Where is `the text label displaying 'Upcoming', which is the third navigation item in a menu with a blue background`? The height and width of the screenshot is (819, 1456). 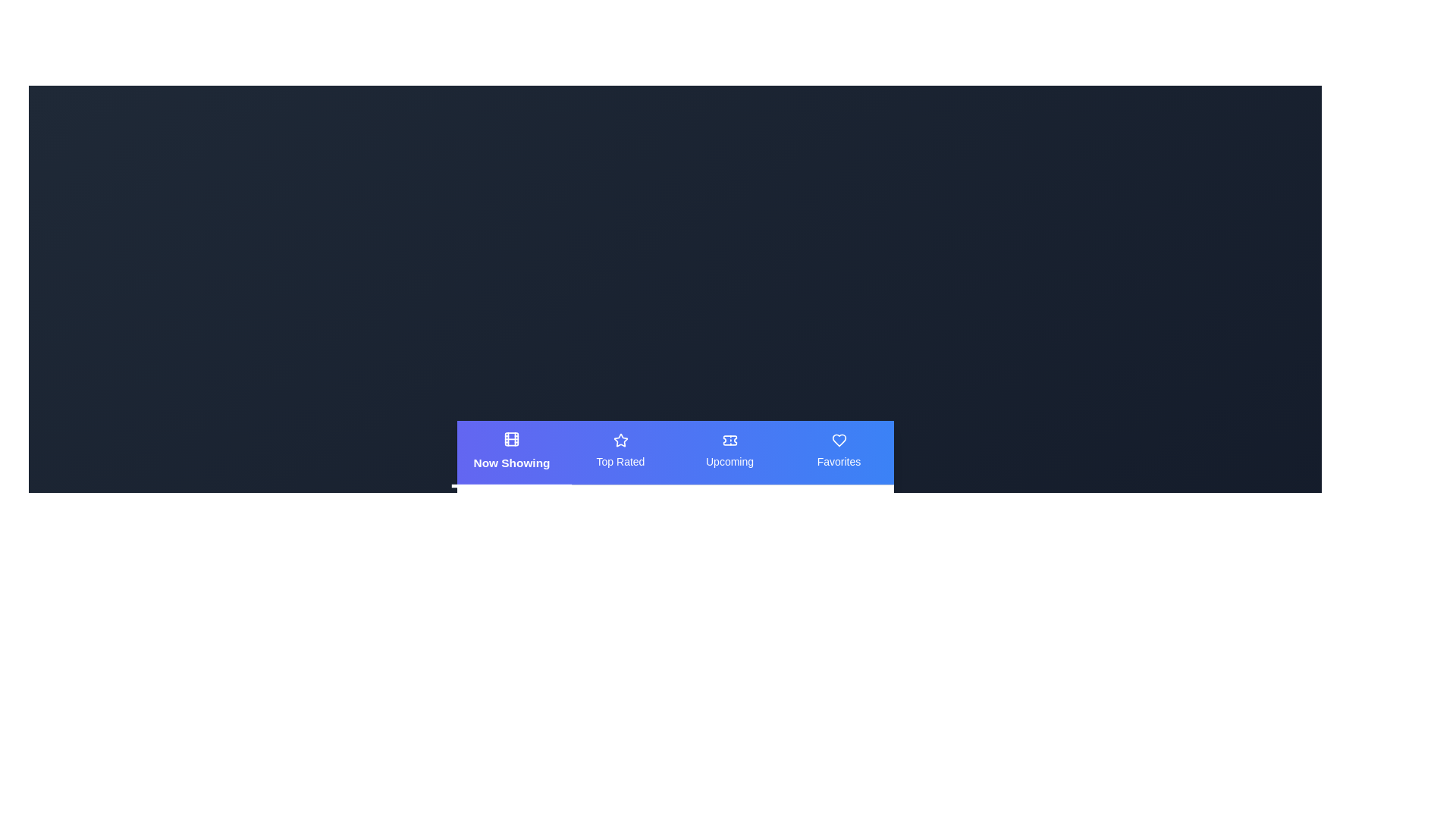
the text label displaying 'Upcoming', which is the third navigation item in a menu with a blue background is located at coordinates (730, 460).